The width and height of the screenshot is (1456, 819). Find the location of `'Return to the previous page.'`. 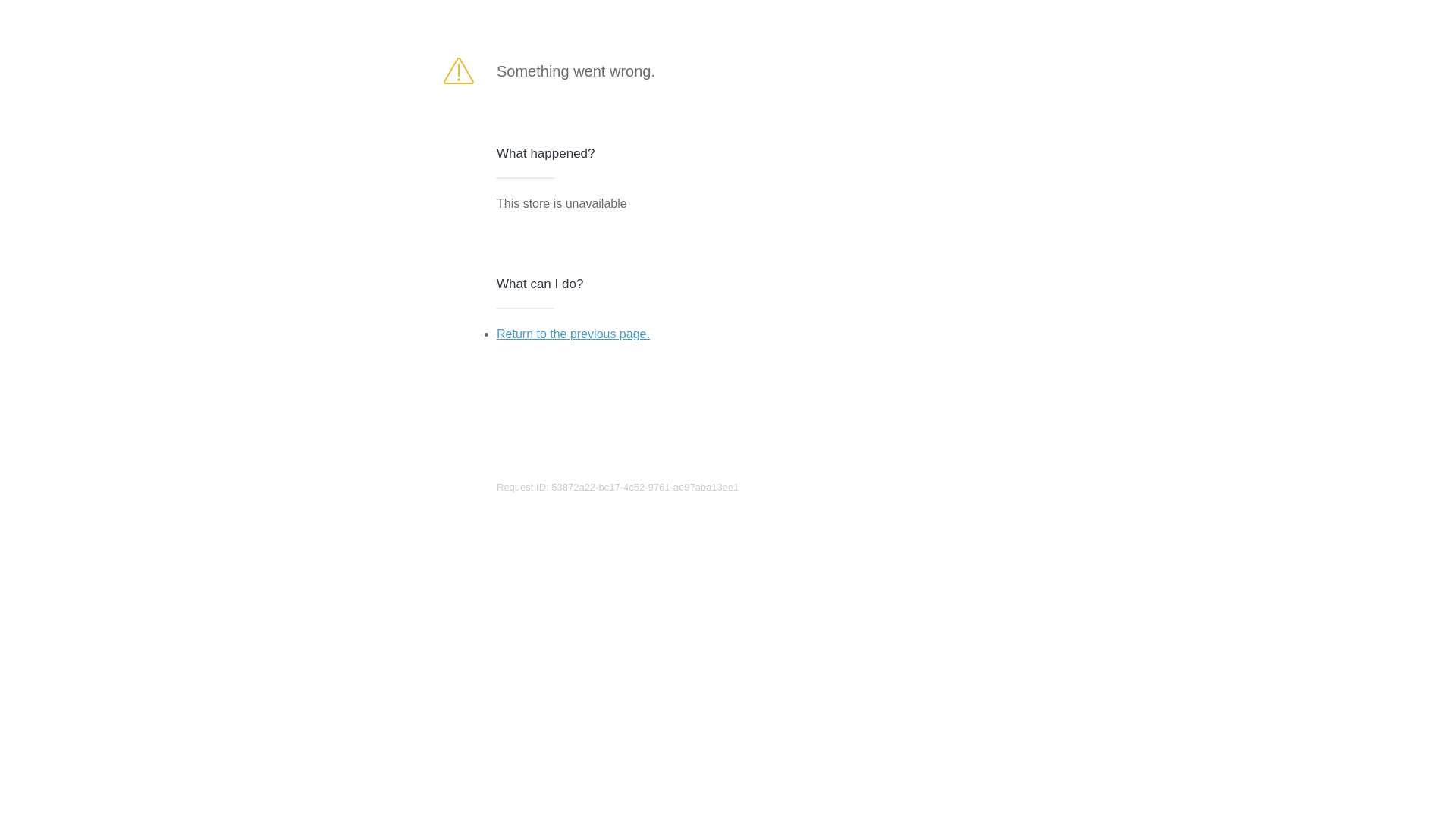

'Return to the previous page.' is located at coordinates (496, 333).